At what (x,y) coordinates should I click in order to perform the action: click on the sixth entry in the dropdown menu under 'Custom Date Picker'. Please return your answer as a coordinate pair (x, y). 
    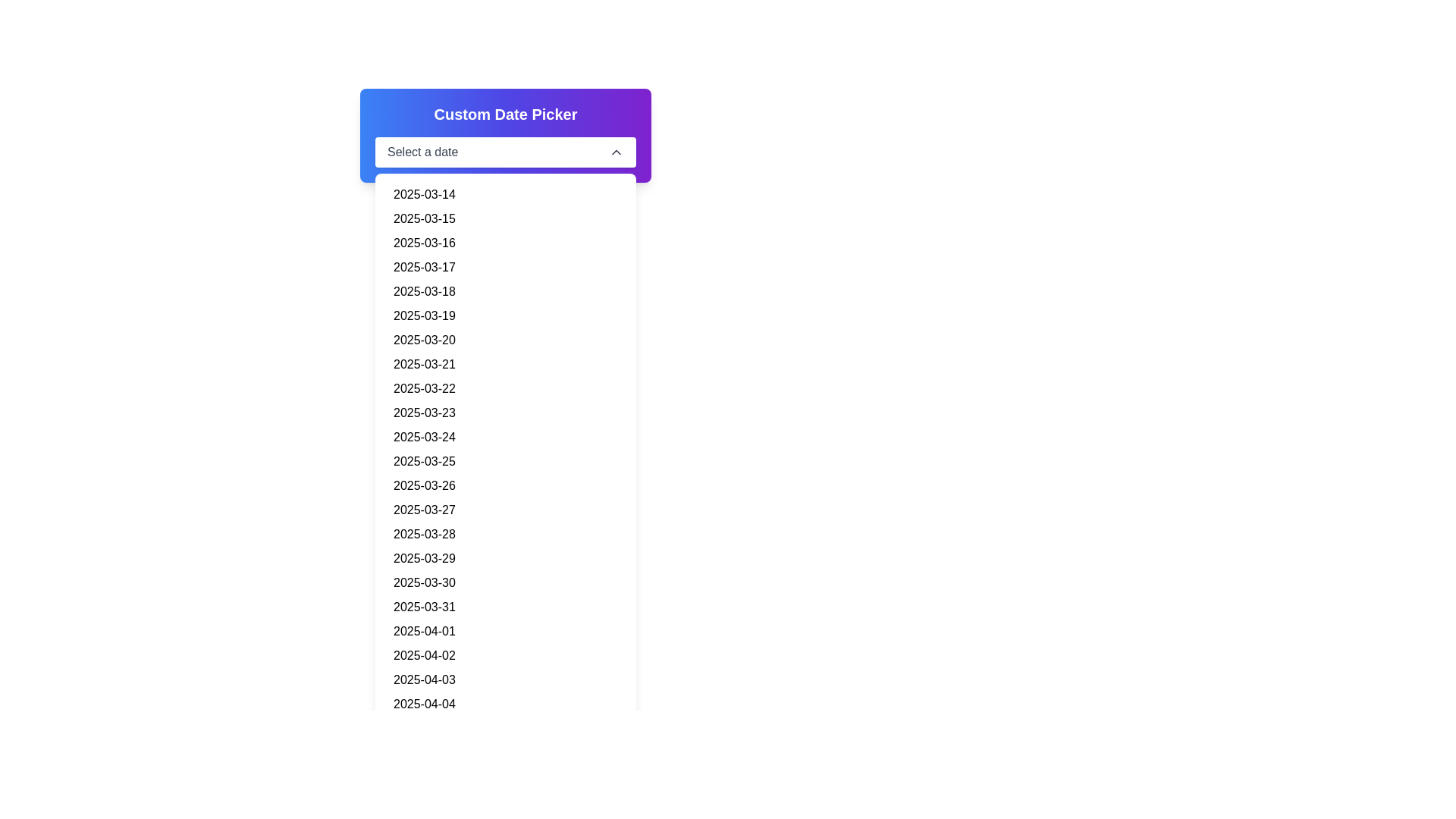
    Looking at the image, I should click on (506, 315).